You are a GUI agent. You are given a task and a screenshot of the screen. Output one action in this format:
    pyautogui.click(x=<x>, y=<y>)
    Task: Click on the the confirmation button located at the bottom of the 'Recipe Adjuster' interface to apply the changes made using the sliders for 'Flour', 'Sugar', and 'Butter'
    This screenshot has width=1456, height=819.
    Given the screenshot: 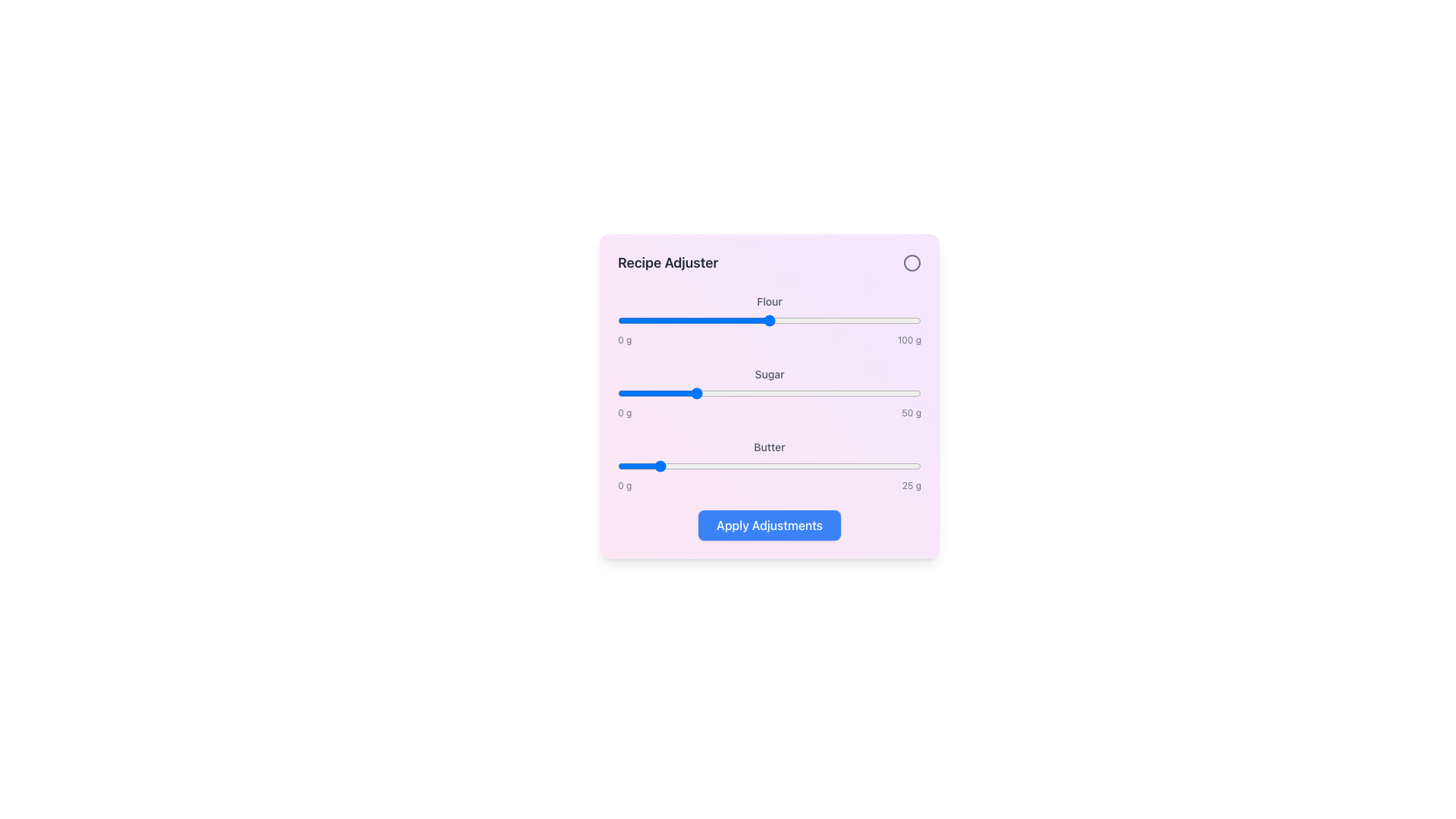 What is the action you would take?
    pyautogui.click(x=769, y=525)
    